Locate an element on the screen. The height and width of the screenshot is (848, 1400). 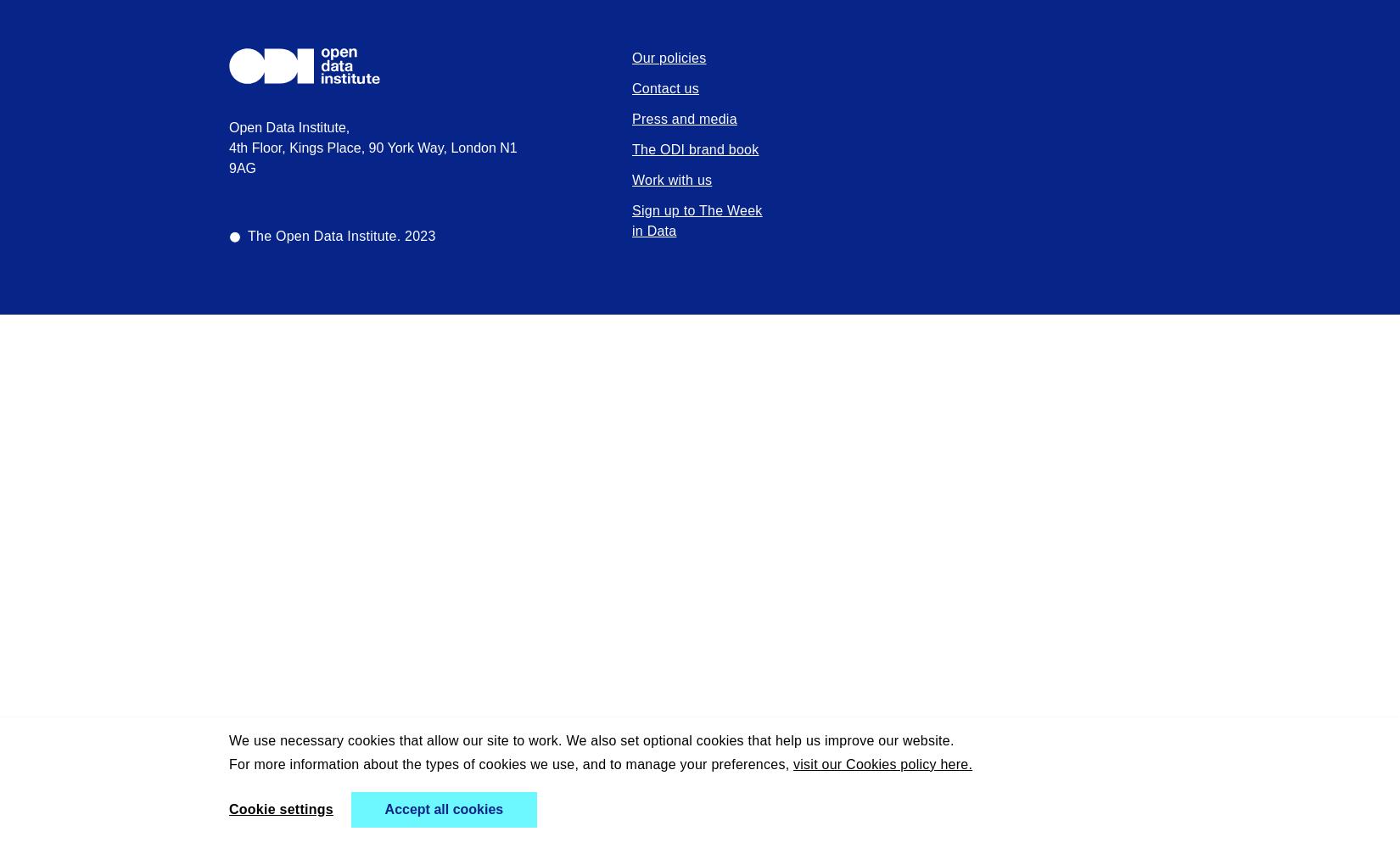
'4th Floor, Kings Place, 90 York Way, London N1 9AG' is located at coordinates (372, 158).